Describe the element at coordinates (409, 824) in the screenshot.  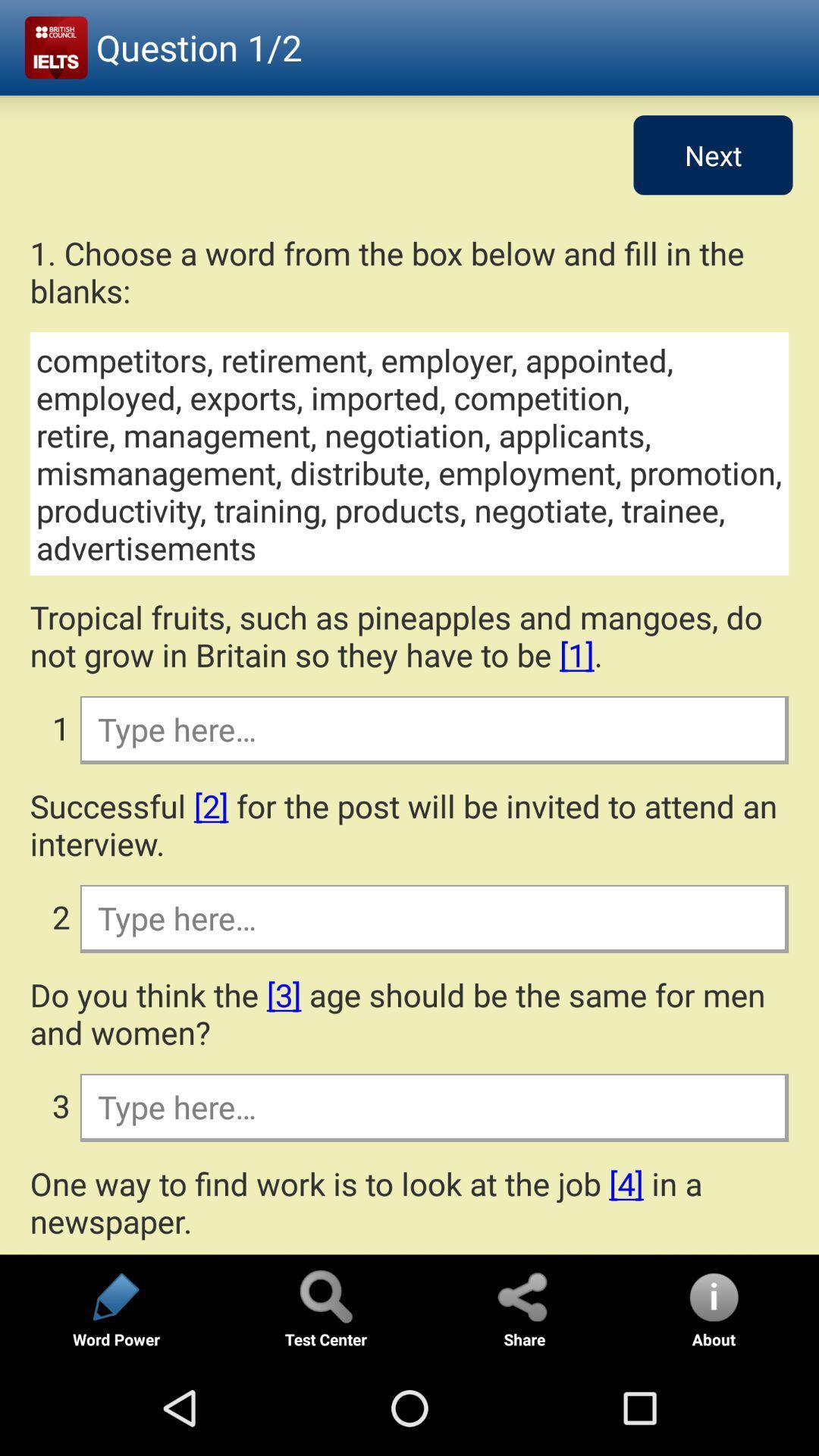
I see `item above 2` at that location.